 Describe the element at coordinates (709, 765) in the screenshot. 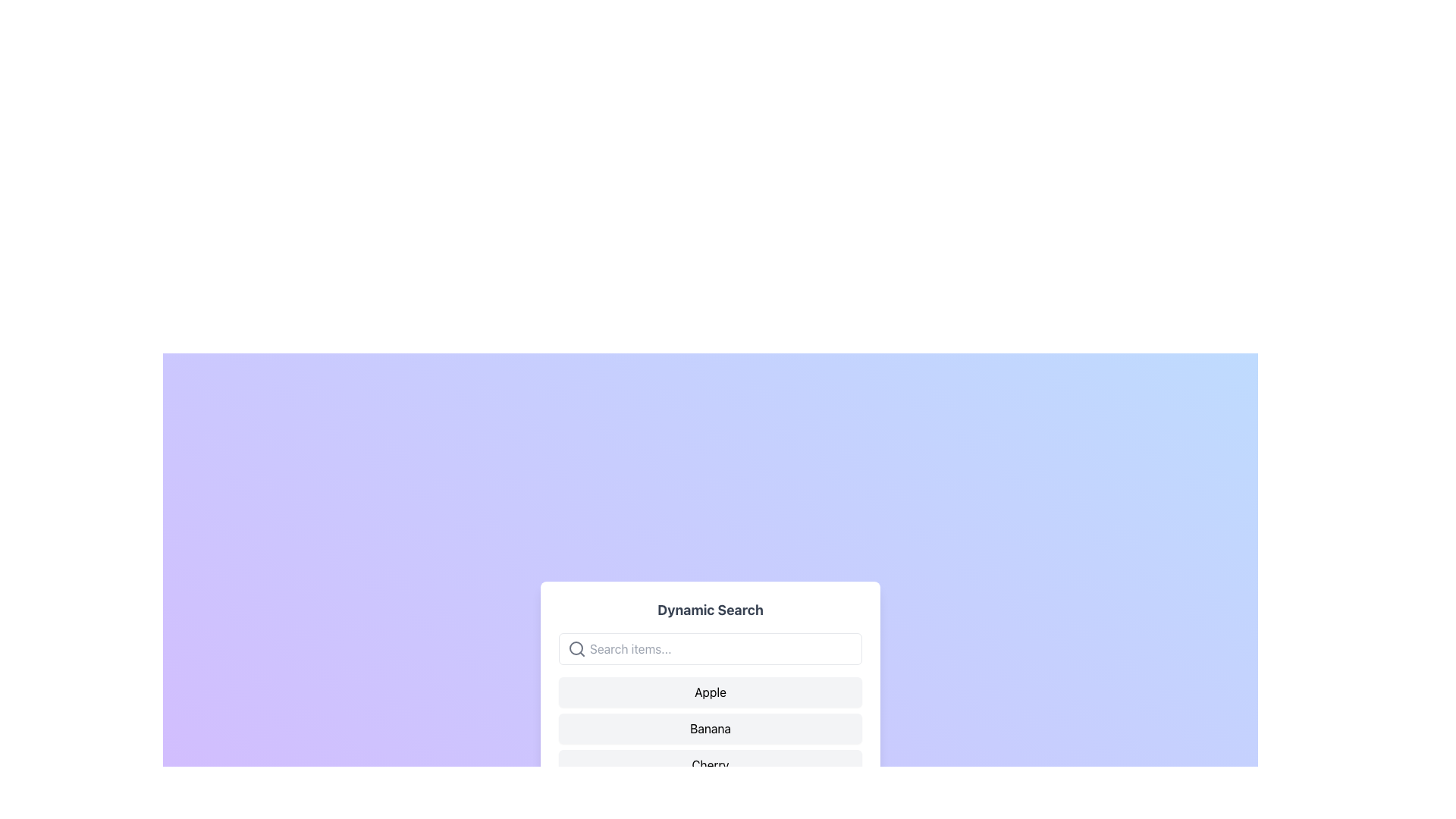

I see `the text-based list item labeled 'Cherry' using keyboard navigation` at that location.